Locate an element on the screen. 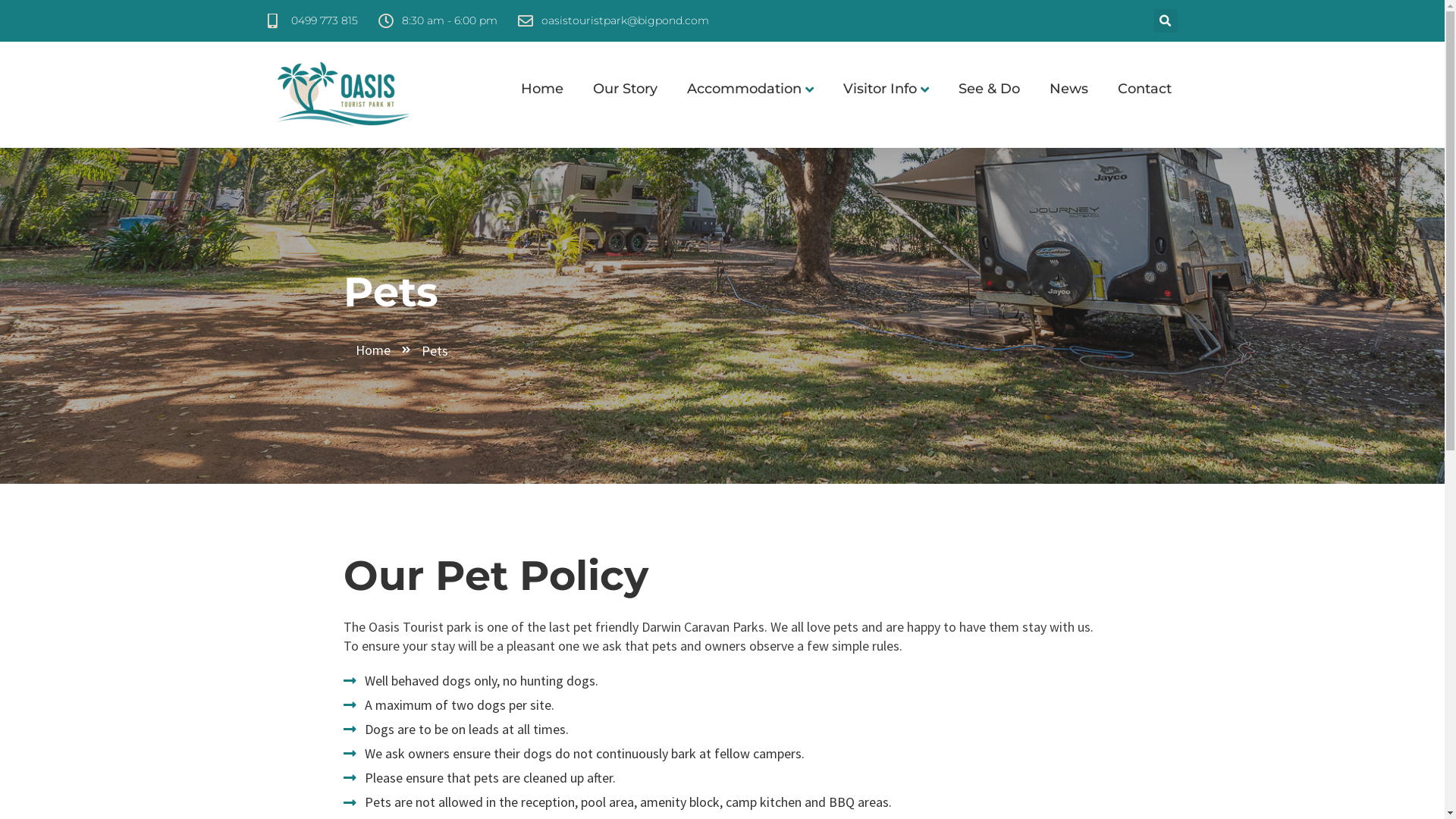 The height and width of the screenshot is (819, 1456). 'See & Do' is located at coordinates (981, 89).